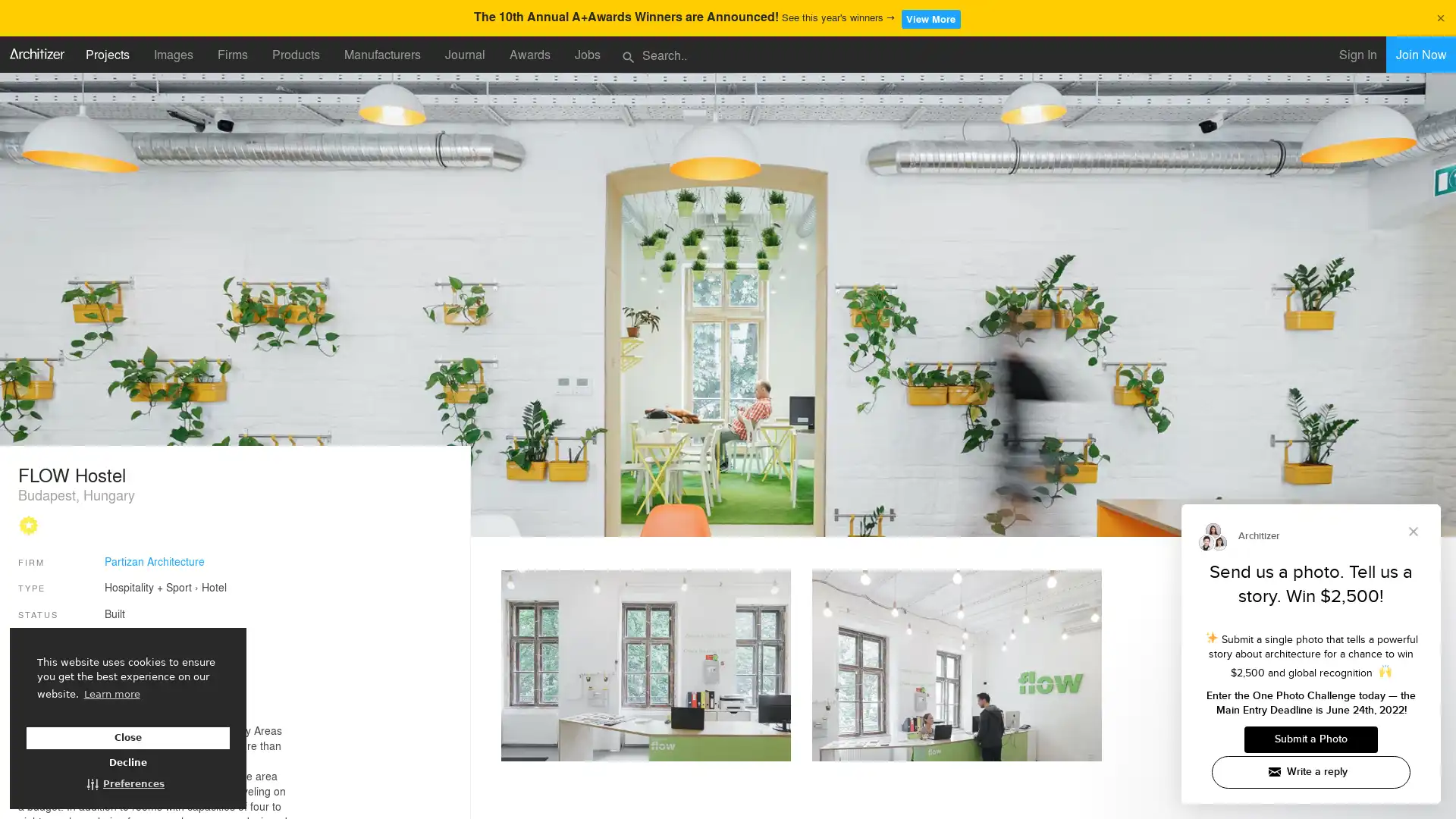 This screenshot has height=819, width=1456. Describe the element at coordinates (127, 737) in the screenshot. I see `dismiss cookie message` at that location.